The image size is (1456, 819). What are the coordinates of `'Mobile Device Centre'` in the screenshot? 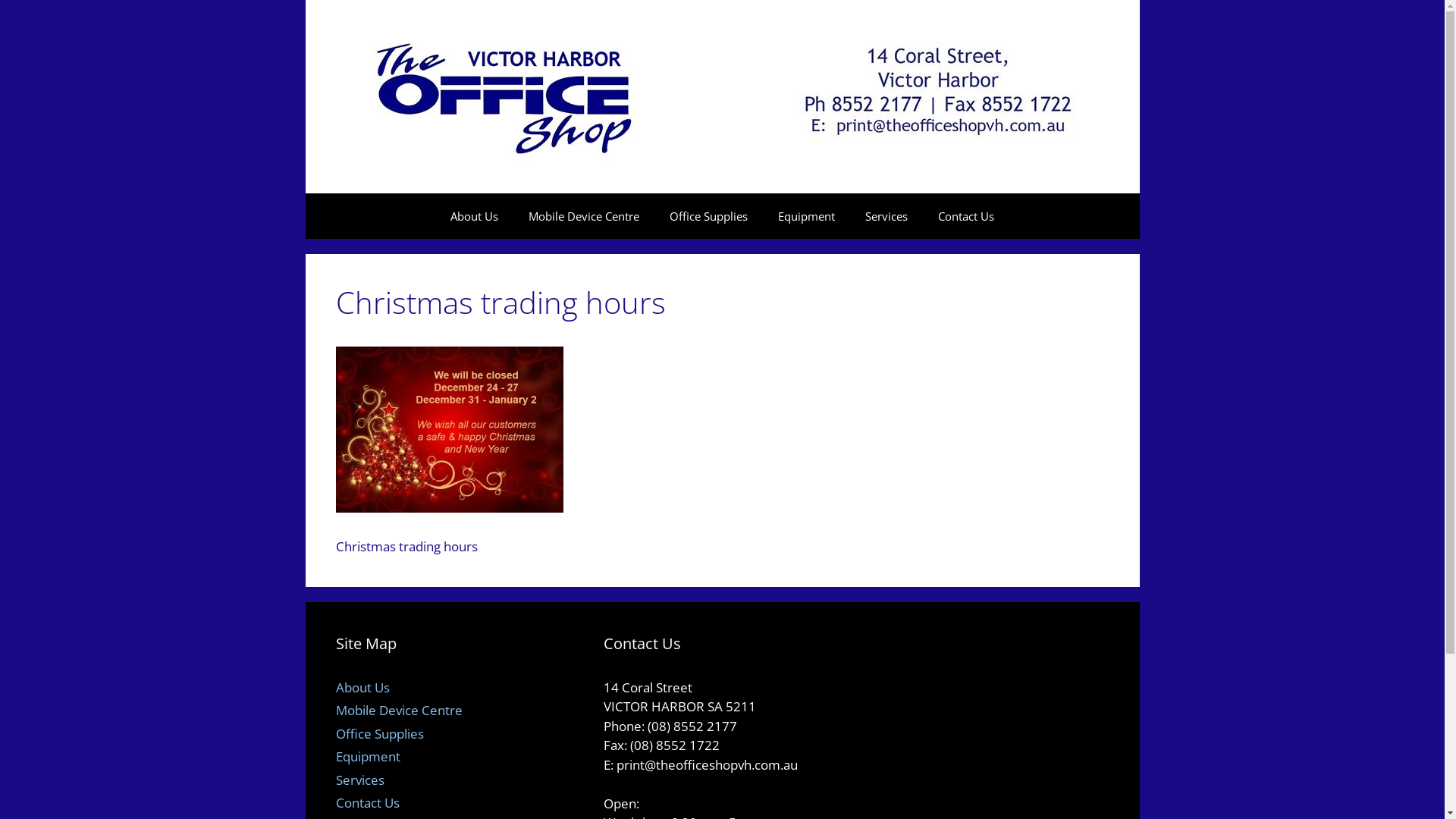 It's located at (398, 710).